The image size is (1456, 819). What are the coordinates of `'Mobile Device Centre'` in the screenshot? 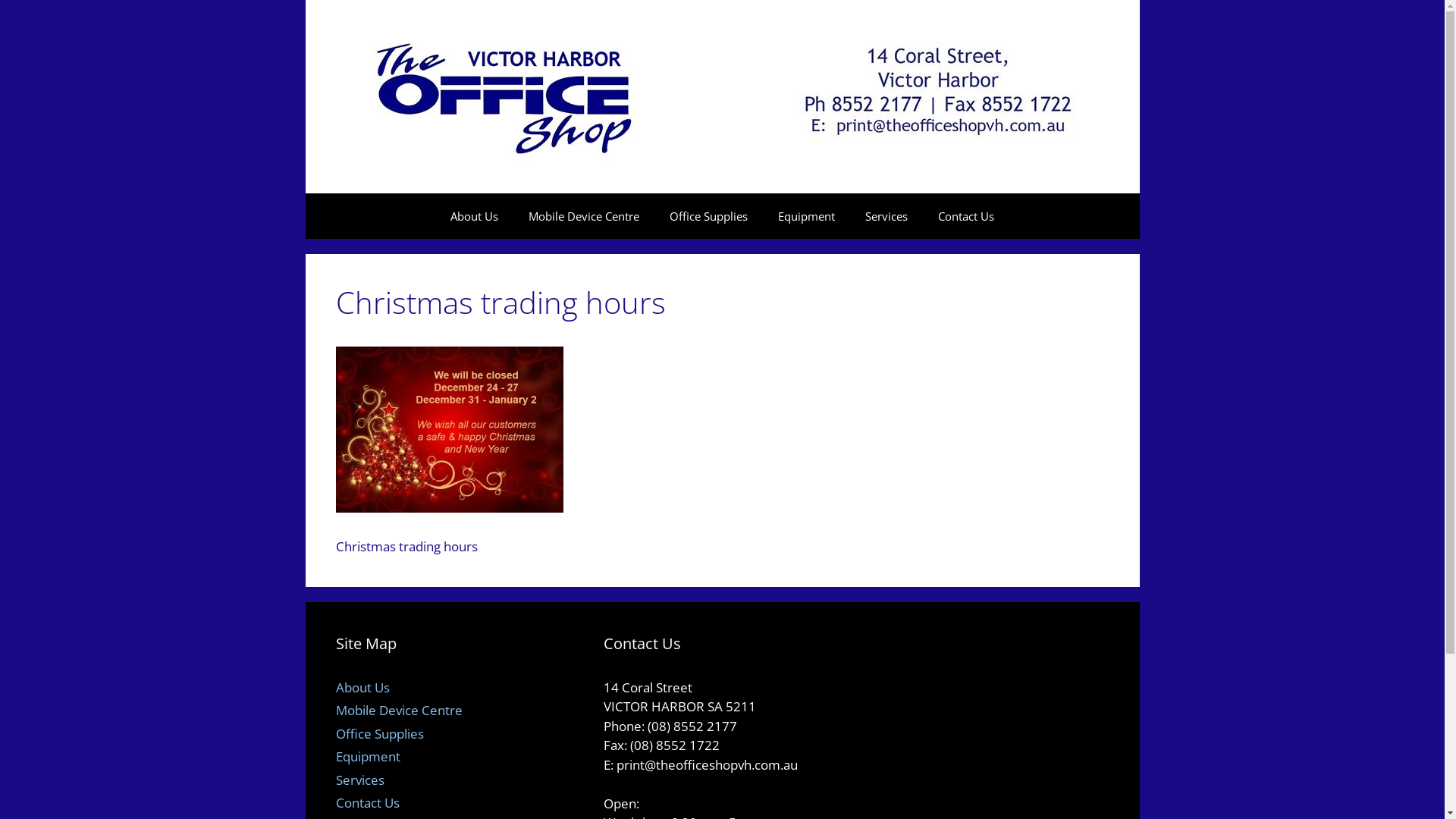 It's located at (398, 710).